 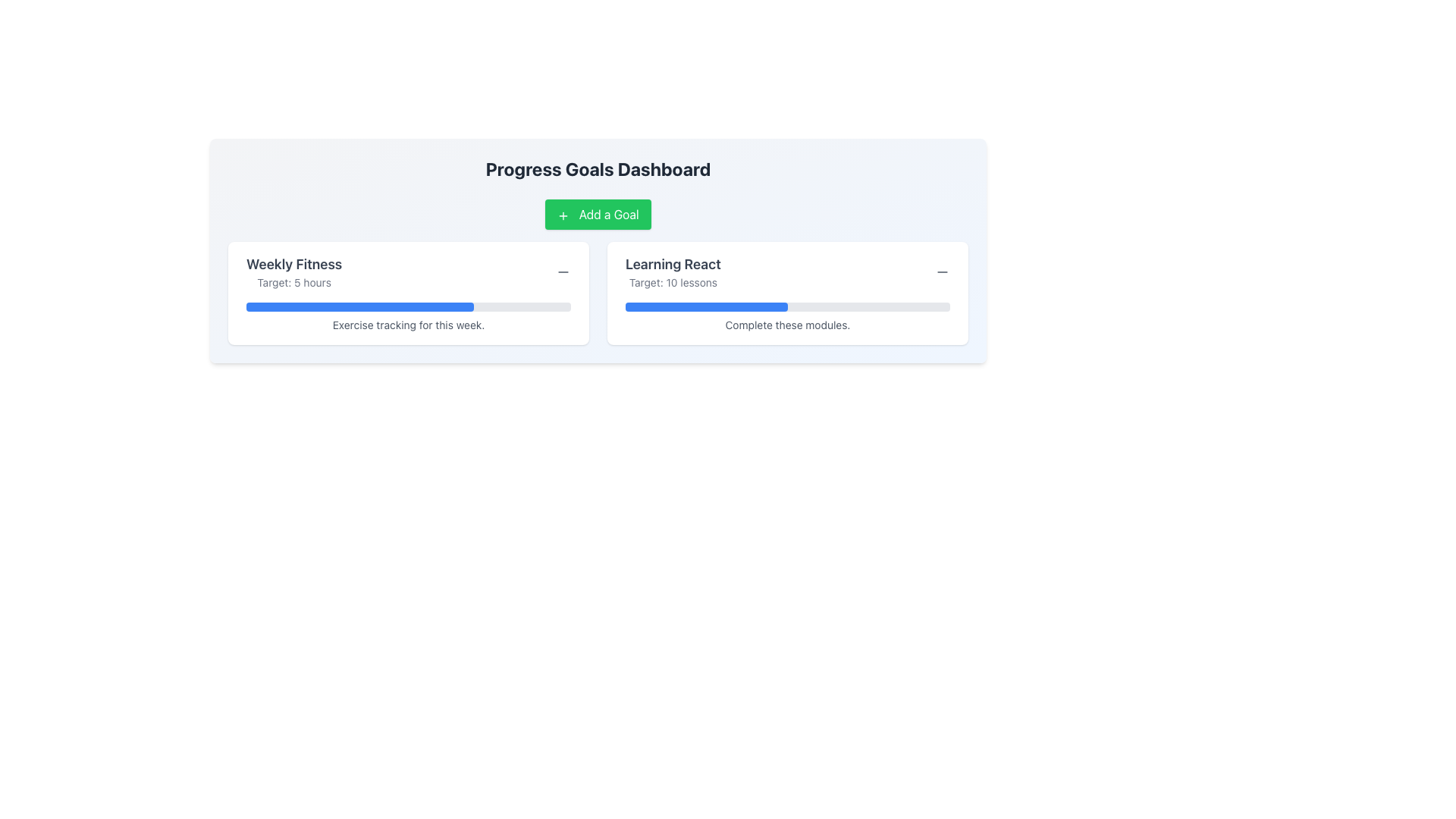 I want to click on 'Weekly Fitness' header text in the upper-left corner of the left card in the Progress Goals Dashboard to understand the card's purpose, so click(x=294, y=263).